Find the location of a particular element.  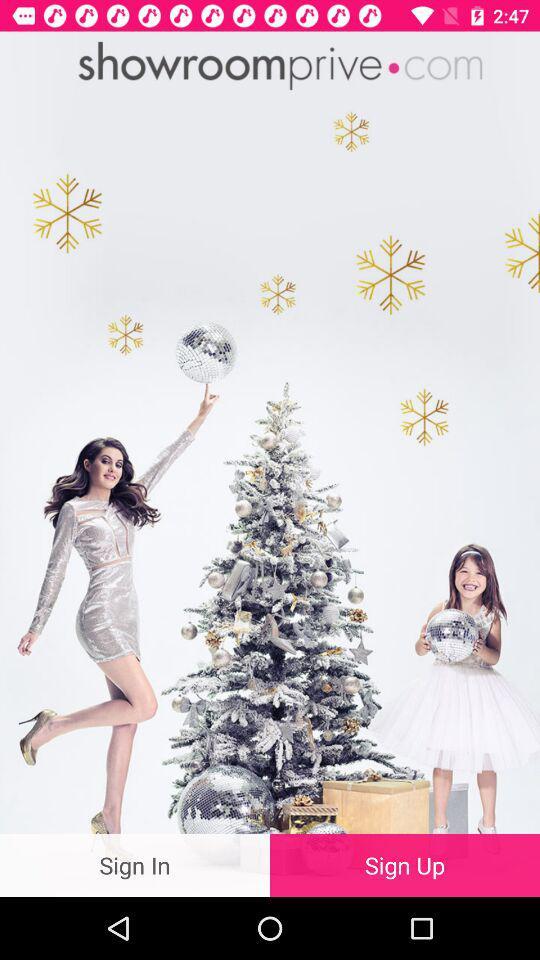

the sign up is located at coordinates (405, 864).